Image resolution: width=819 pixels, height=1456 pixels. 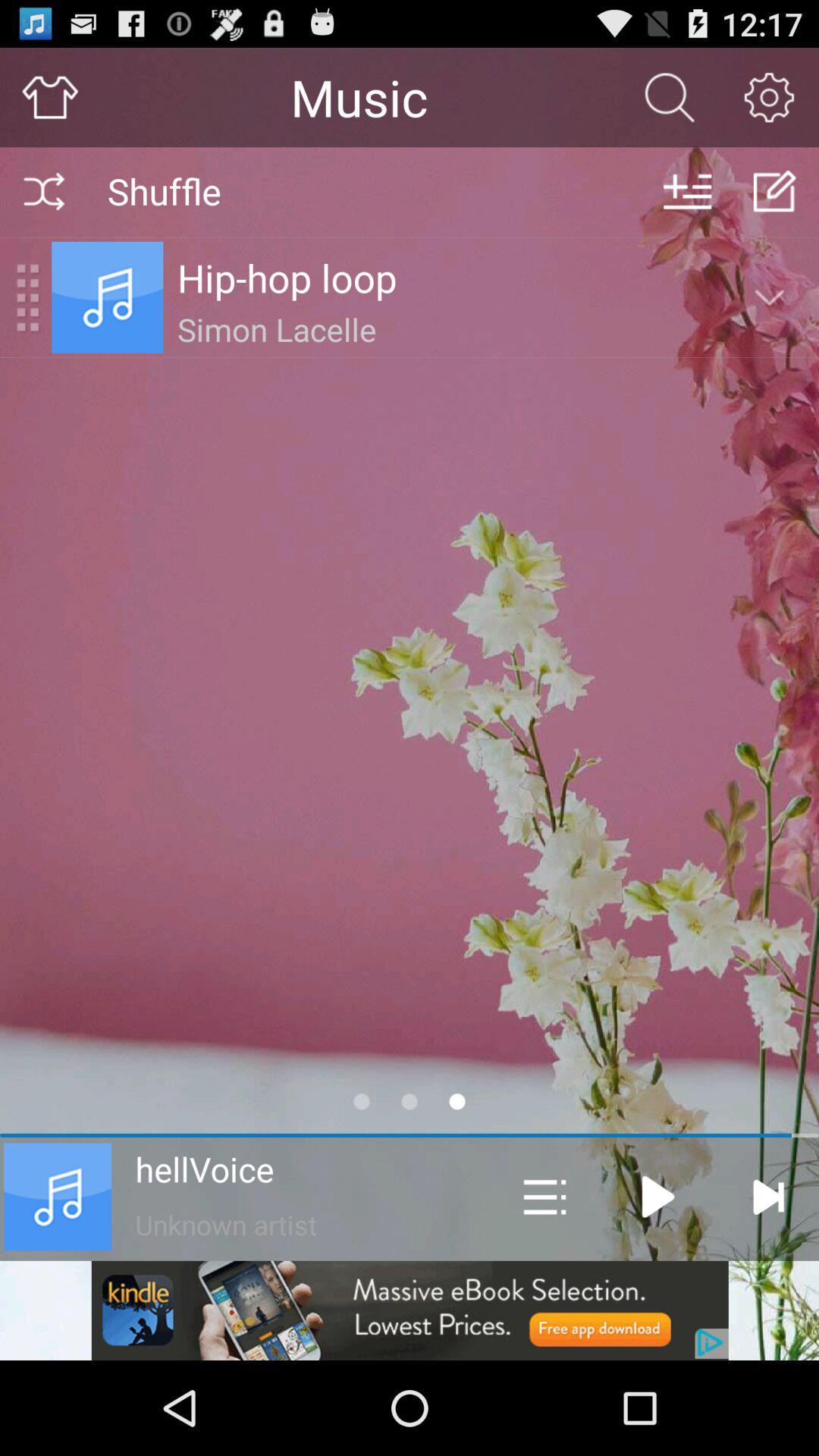 I want to click on the edit icon, so click(x=775, y=203).